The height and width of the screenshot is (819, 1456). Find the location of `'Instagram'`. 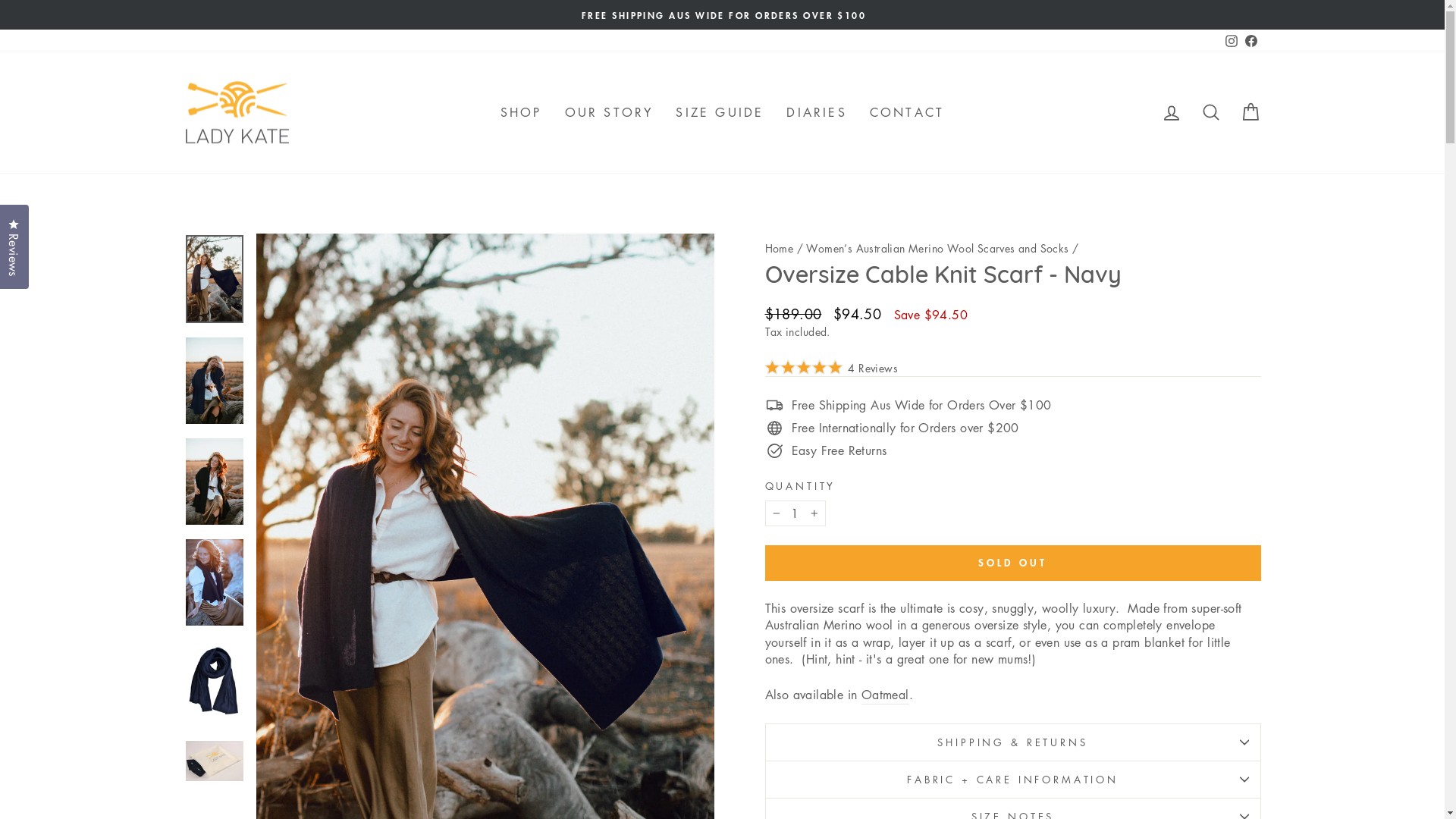

'Instagram' is located at coordinates (1230, 40).